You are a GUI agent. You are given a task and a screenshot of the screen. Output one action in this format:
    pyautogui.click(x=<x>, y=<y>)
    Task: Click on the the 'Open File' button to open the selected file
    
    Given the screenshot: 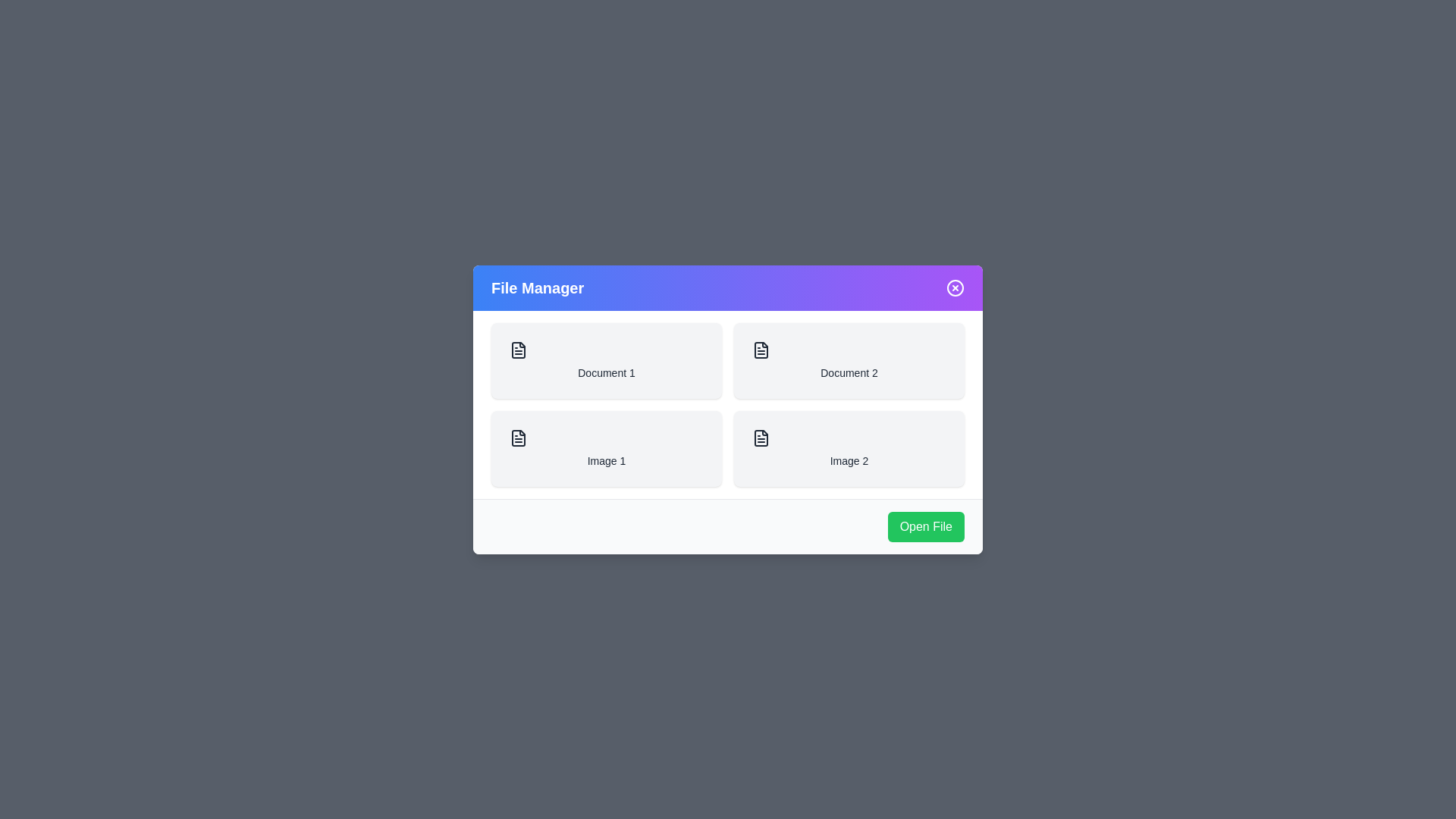 What is the action you would take?
    pyautogui.click(x=924, y=526)
    